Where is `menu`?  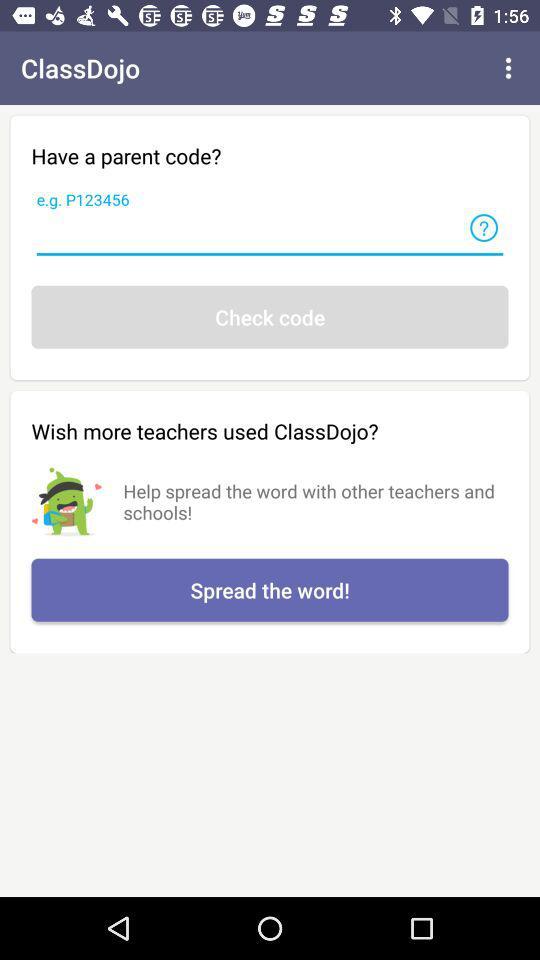
menu is located at coordinates (508, 68).